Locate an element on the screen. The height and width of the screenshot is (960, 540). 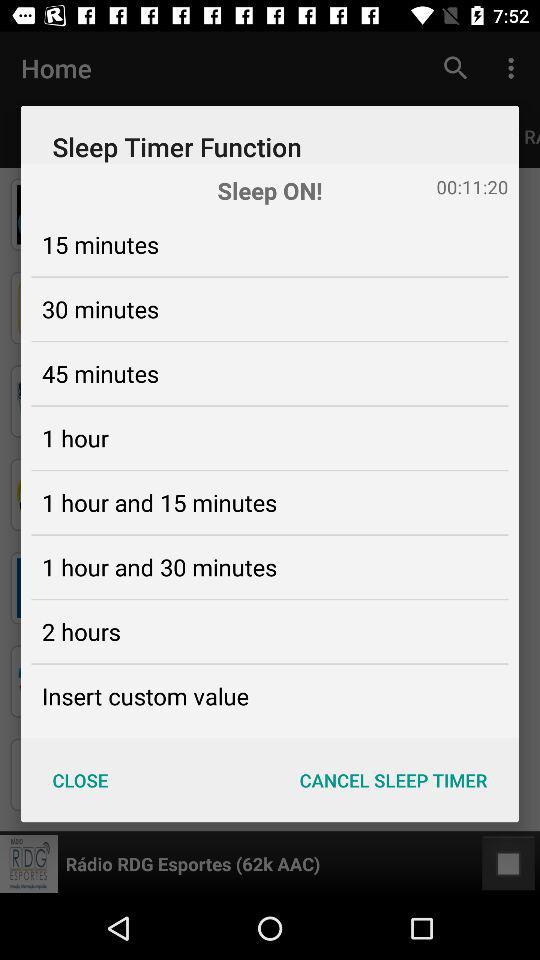
item above the insert custom value icon is located at coordinates (80, 630).